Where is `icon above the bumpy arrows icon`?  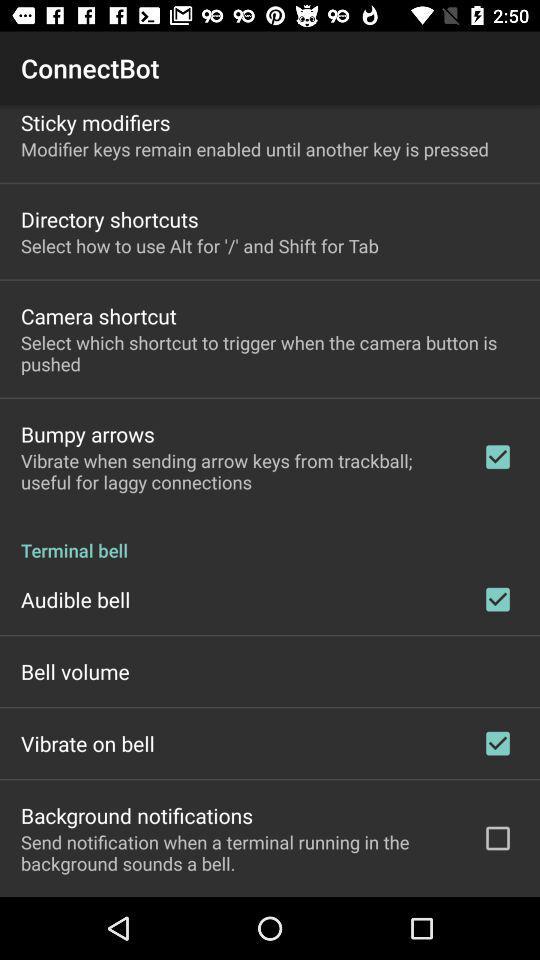 icon above the bumpy arrows icon is located at coordinates (270, 353).